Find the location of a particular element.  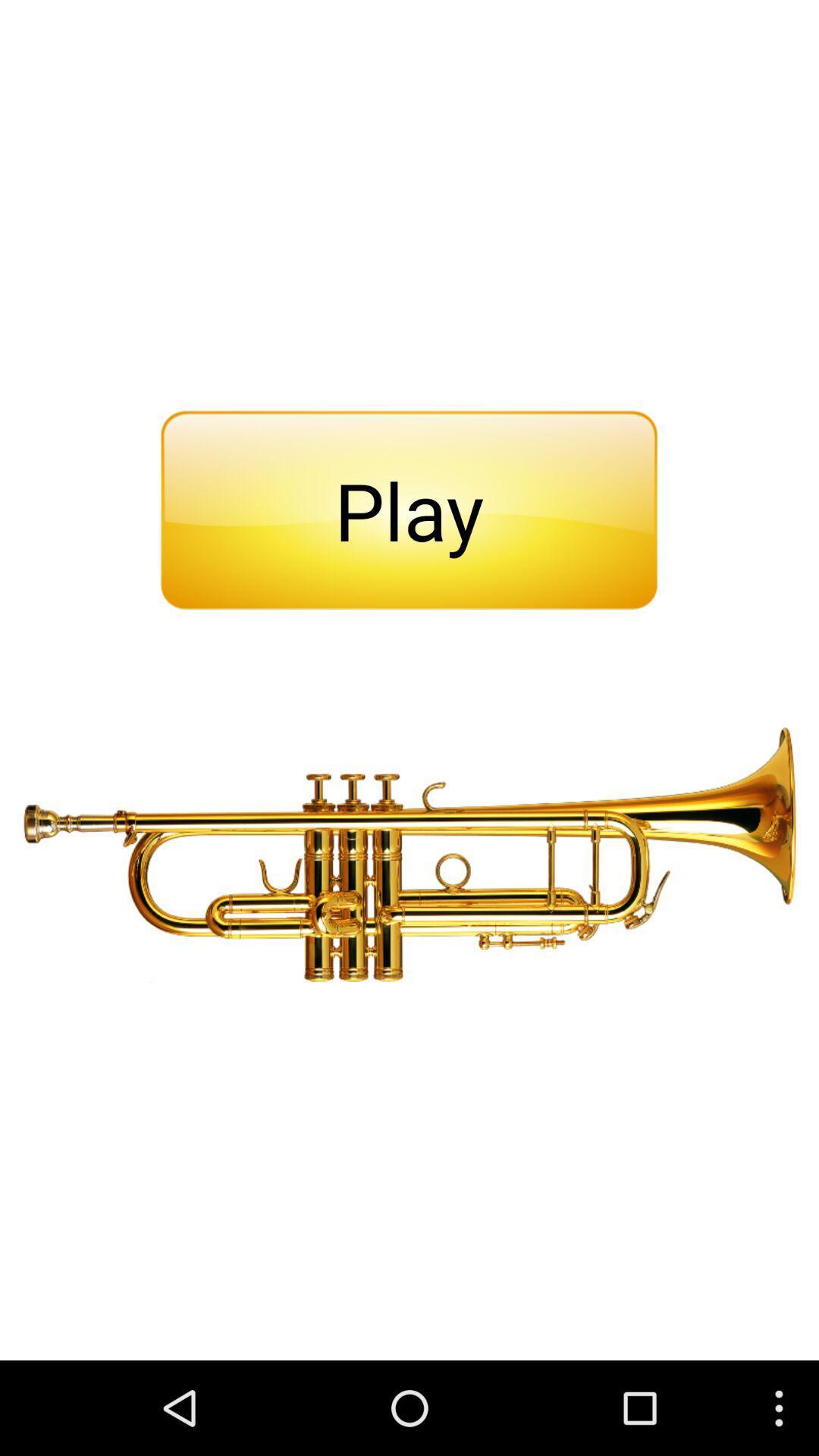

the play item is located at coordinates (408, 510).